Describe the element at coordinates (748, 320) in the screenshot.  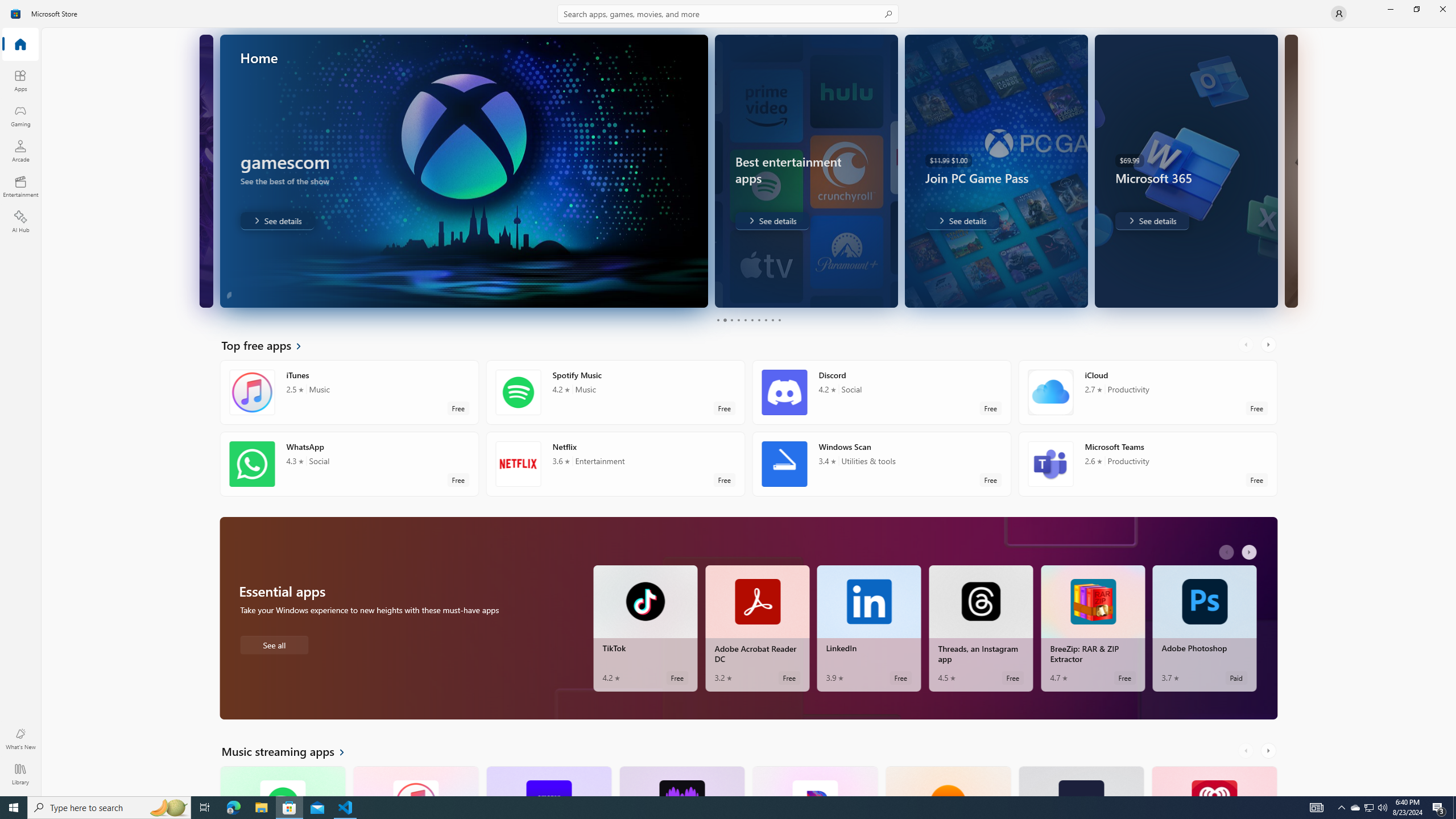
I see `'Pager'` at that location.